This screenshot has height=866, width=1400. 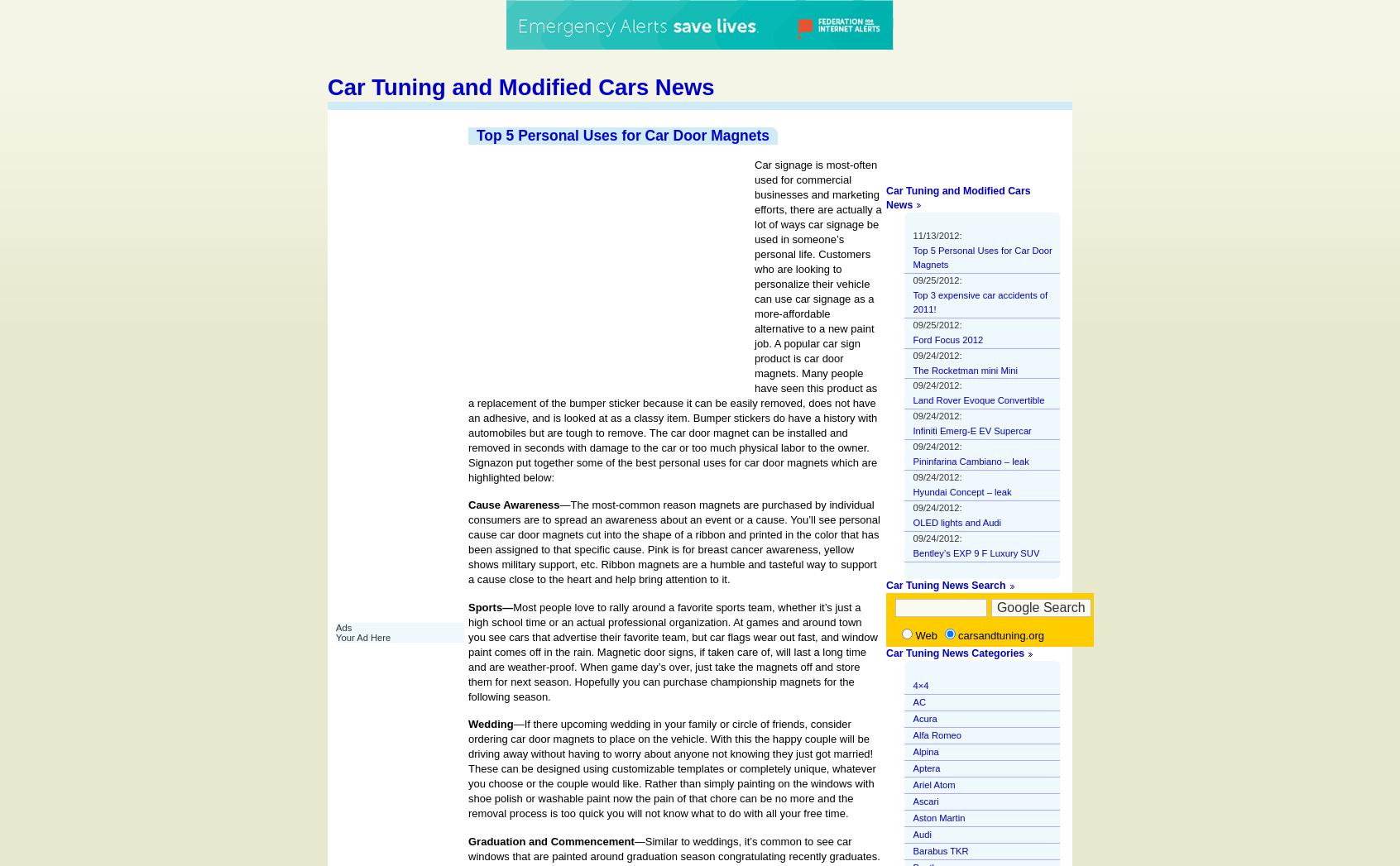 What do you see at coordinates (913, 750) in the screenshot?
I see `'Alpina'` at bounding box center [913, 750].